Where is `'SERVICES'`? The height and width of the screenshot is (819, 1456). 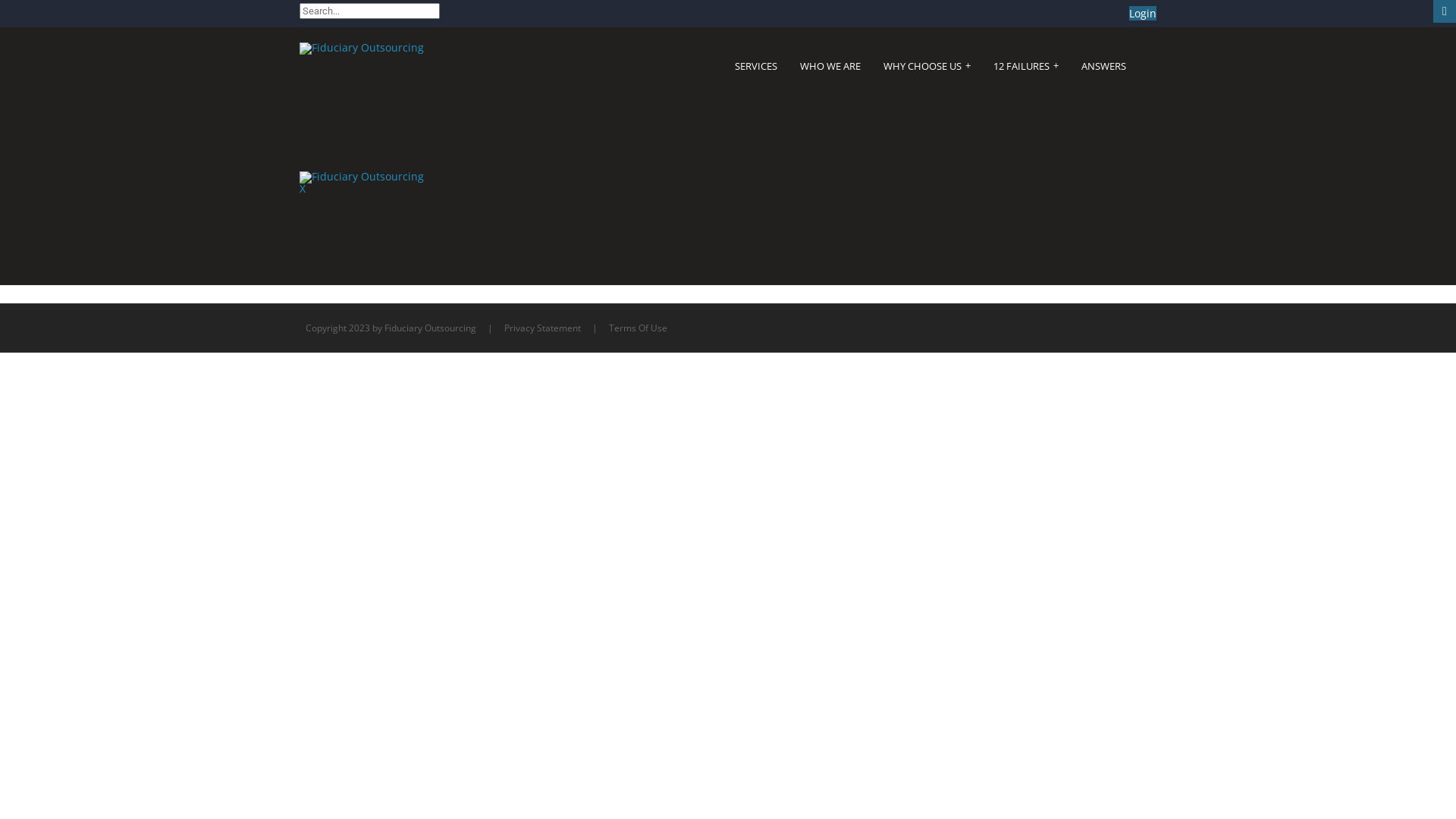 'SERVICES' is located at coordinates (735, 65).